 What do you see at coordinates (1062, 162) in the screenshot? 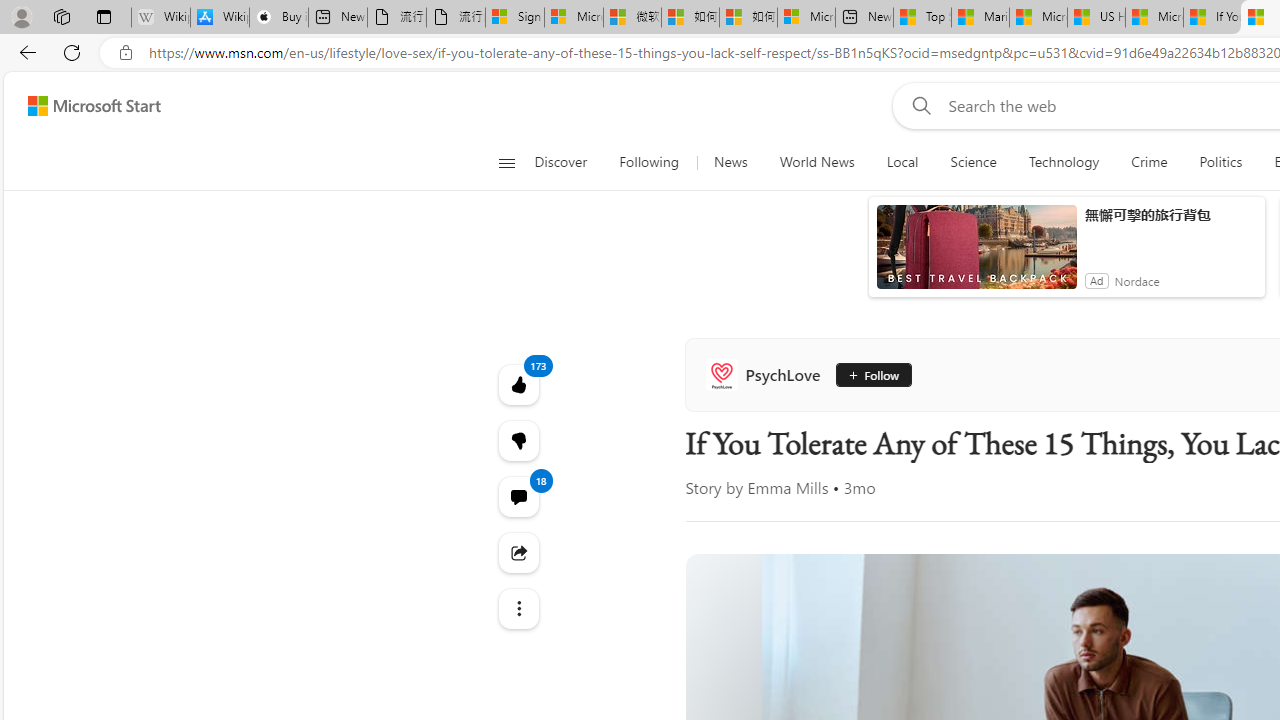
I see `'Technology'` at bounding box center [1062, 162].